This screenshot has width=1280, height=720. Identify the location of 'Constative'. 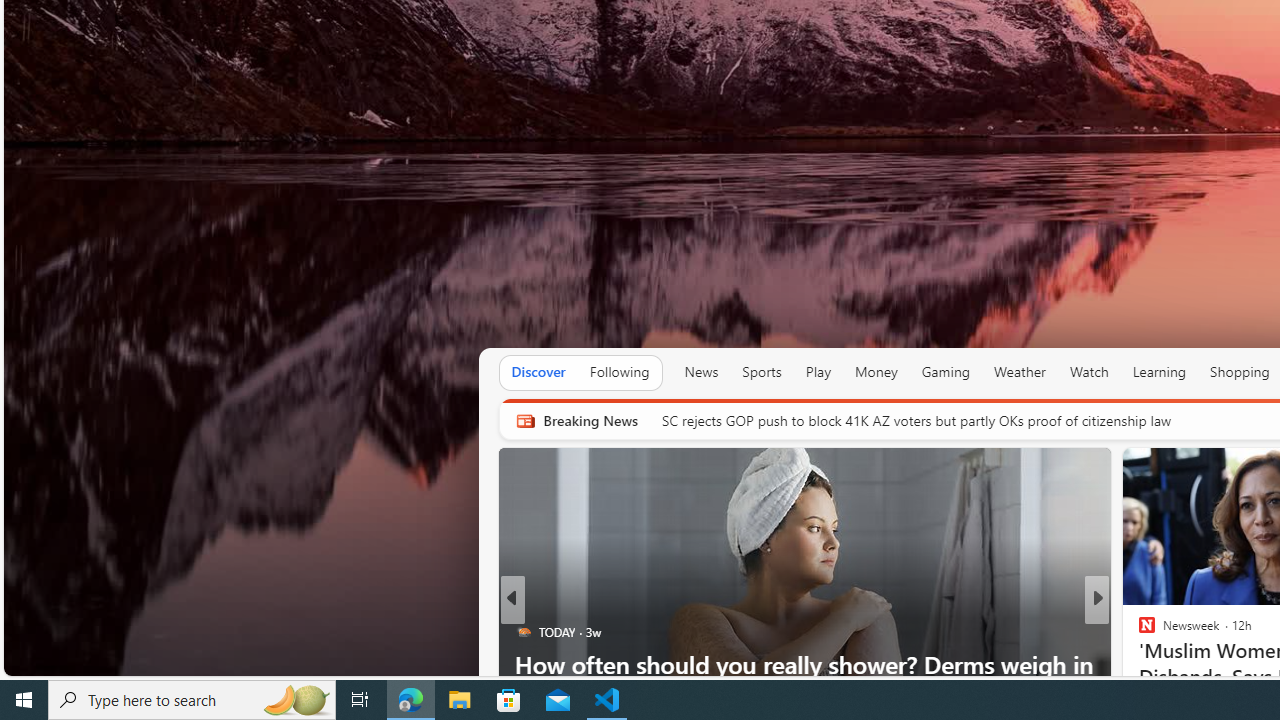
(1138, 632).